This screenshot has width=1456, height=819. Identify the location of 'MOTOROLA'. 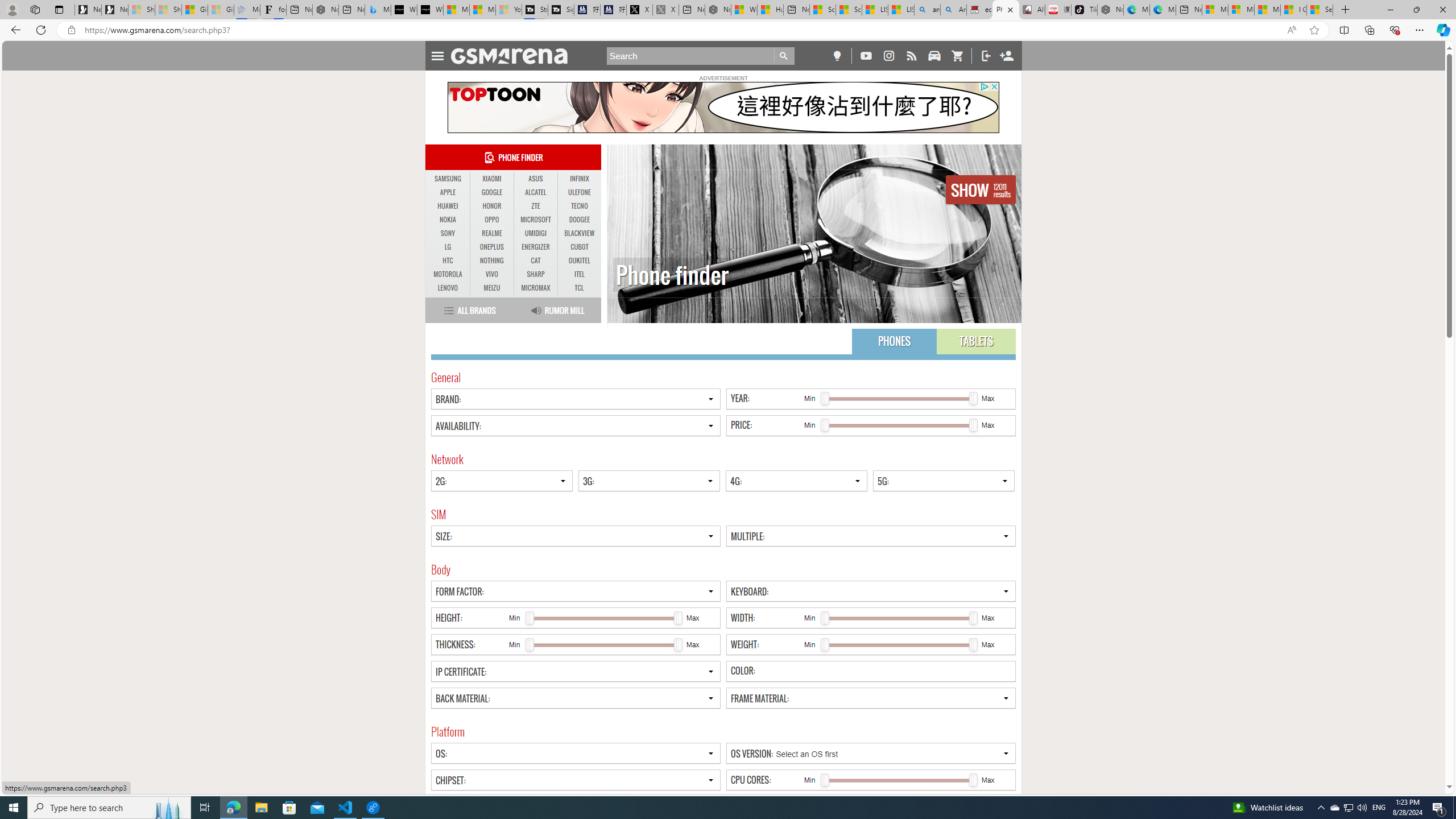
(448, 274).